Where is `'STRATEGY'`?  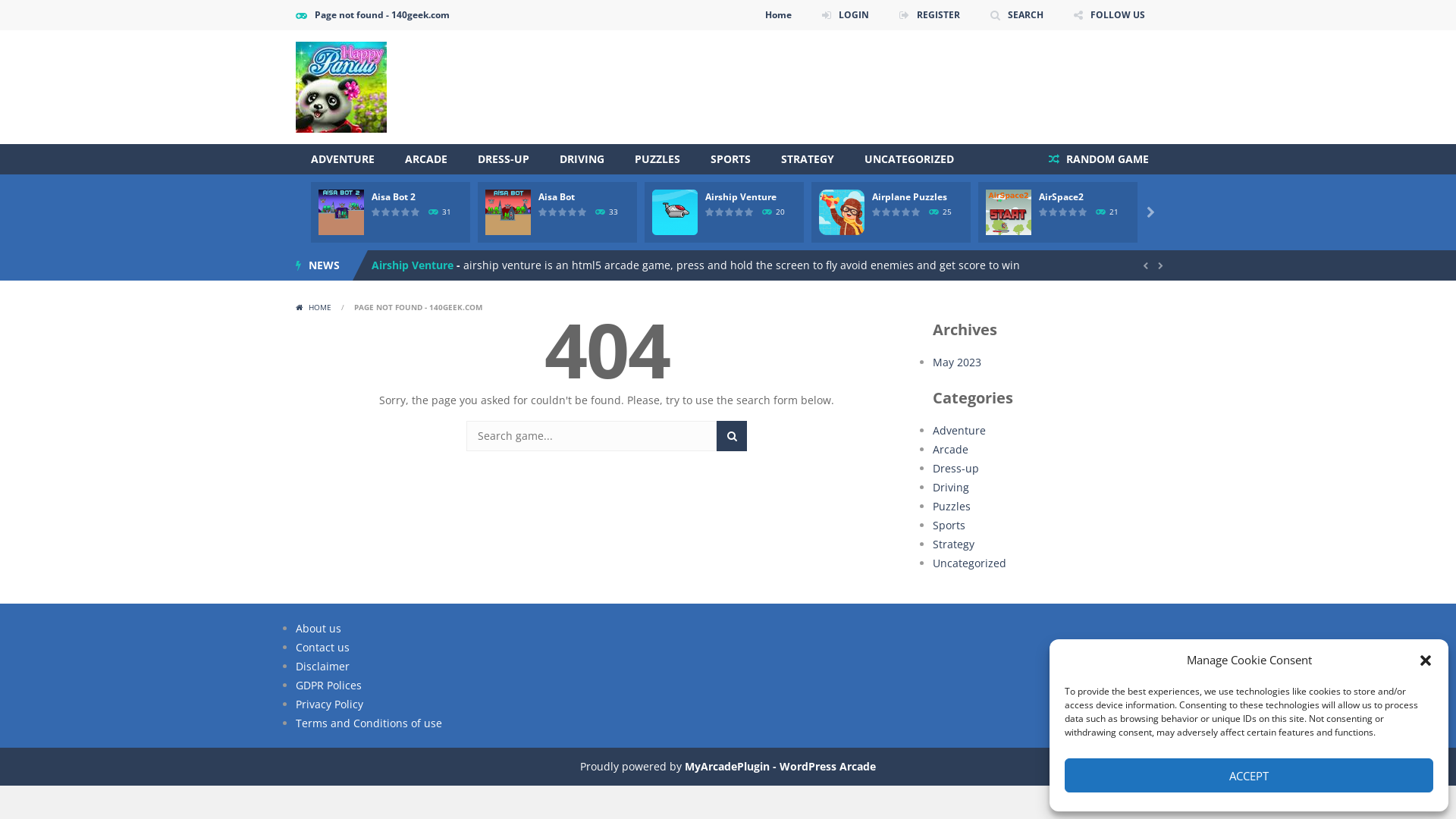
'STRATEGY' is located at coordinates (807, 158).